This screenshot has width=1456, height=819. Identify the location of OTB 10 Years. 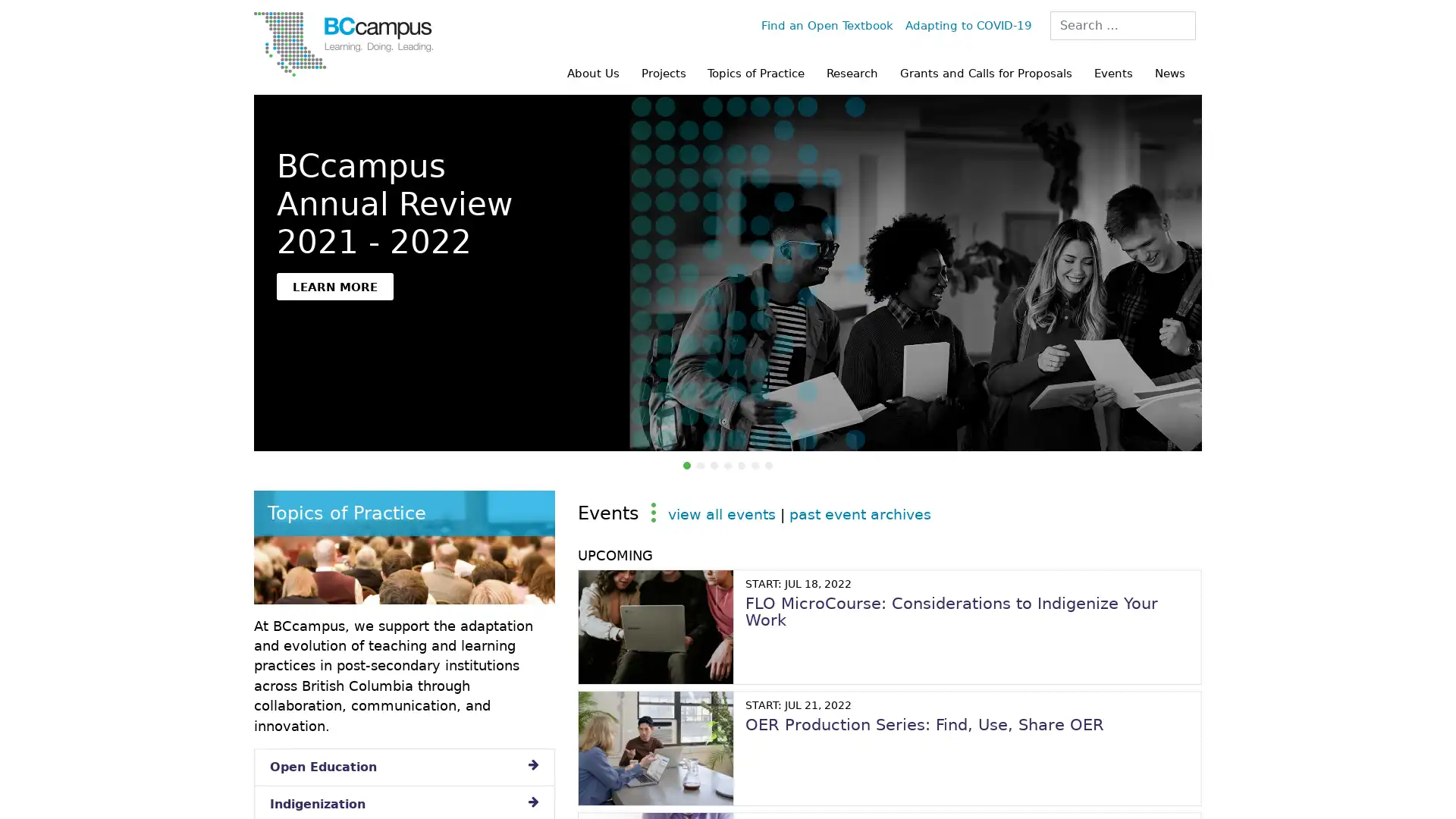
(728, 464).